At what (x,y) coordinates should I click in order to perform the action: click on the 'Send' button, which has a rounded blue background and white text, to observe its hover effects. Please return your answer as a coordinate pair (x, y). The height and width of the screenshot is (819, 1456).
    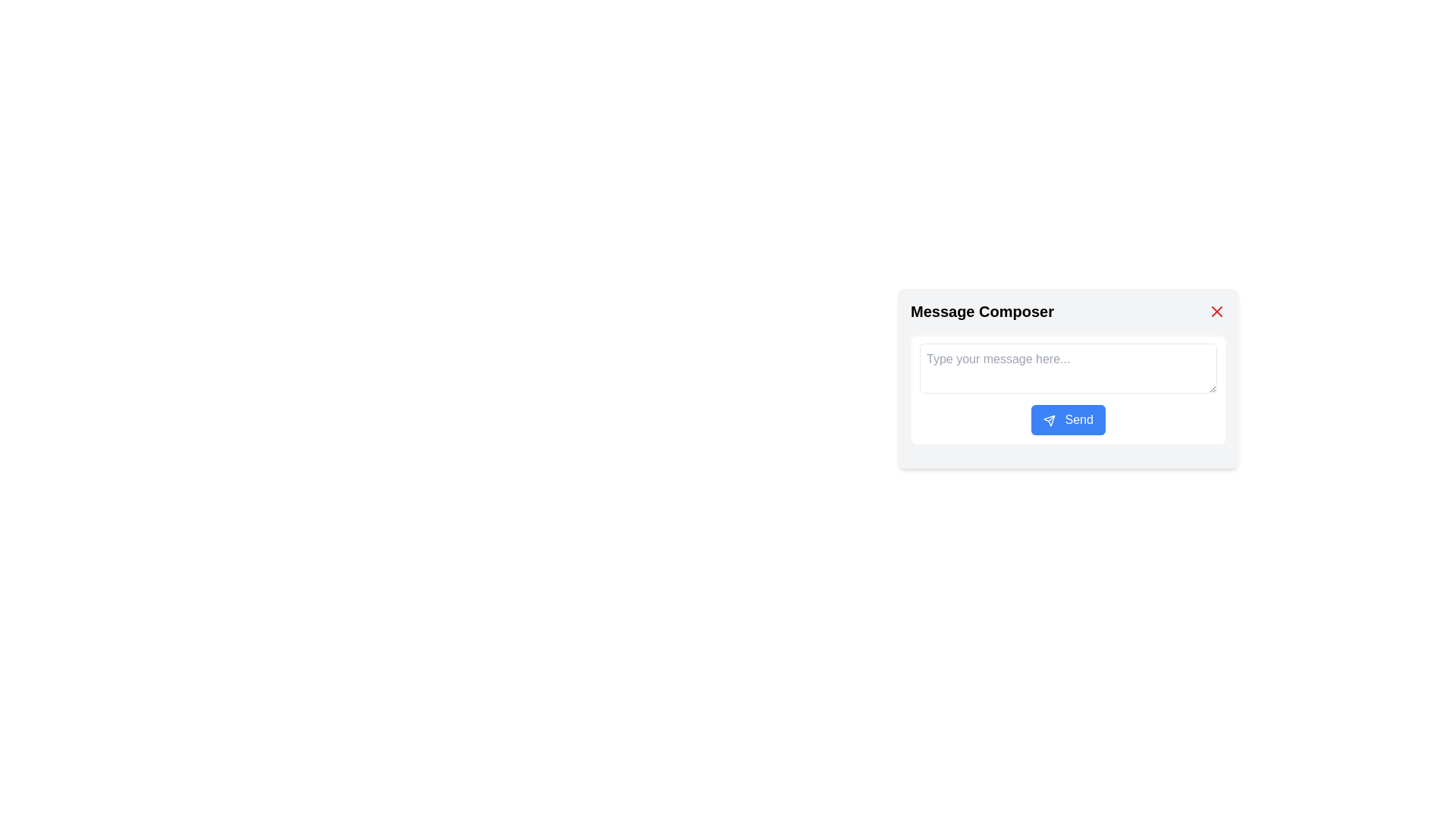
    Looking at the image, I should click on (1068, 420).